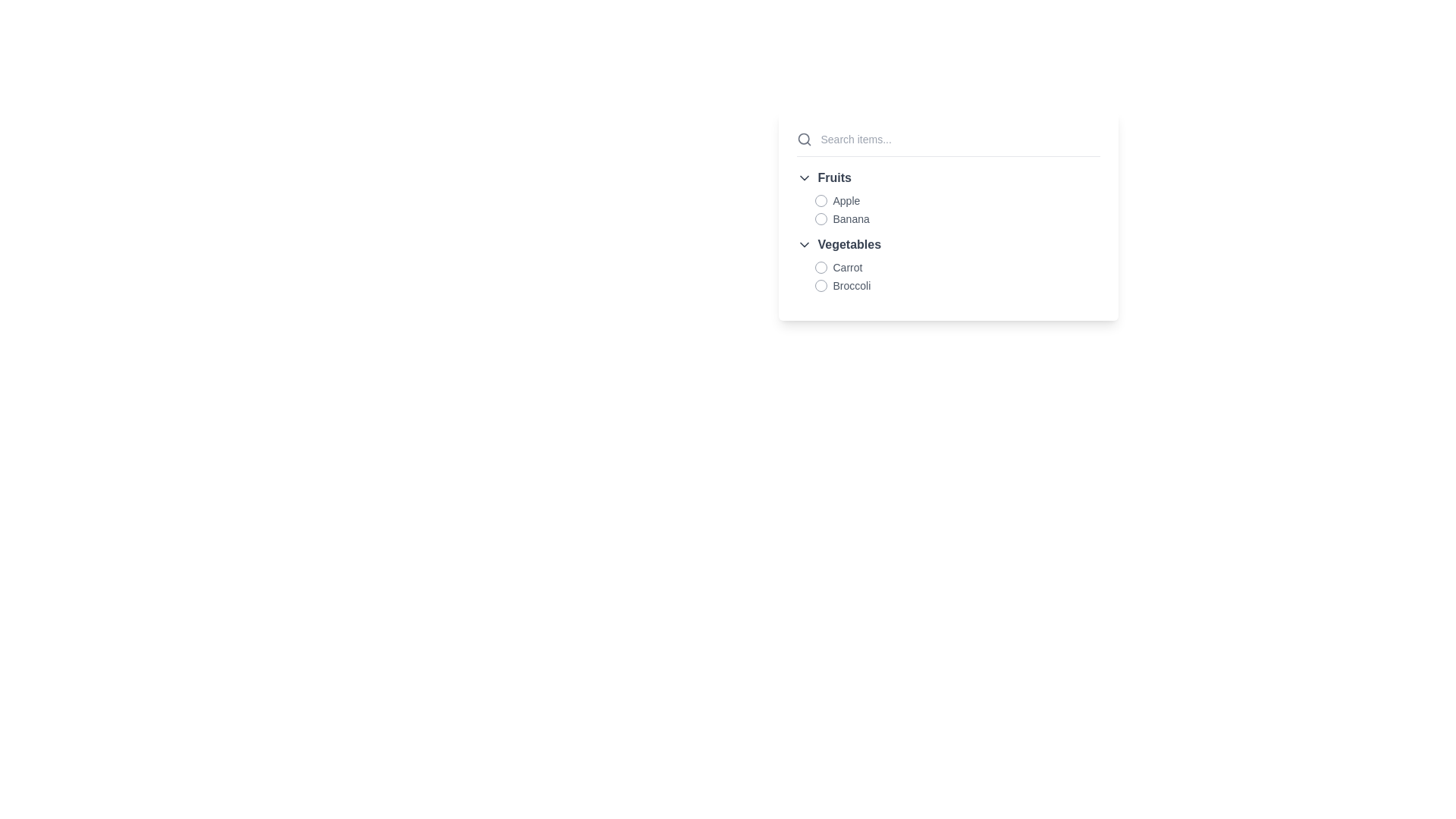 This screenshot has height=819, width=1456. Describe the element at coordinates (803, 140) in the screenshot. I see `the stylized search icon, which is a circular magnifying glass located at the leftmost side of the header section, to the immediate left of the 'Search items...' text input field` at that location.